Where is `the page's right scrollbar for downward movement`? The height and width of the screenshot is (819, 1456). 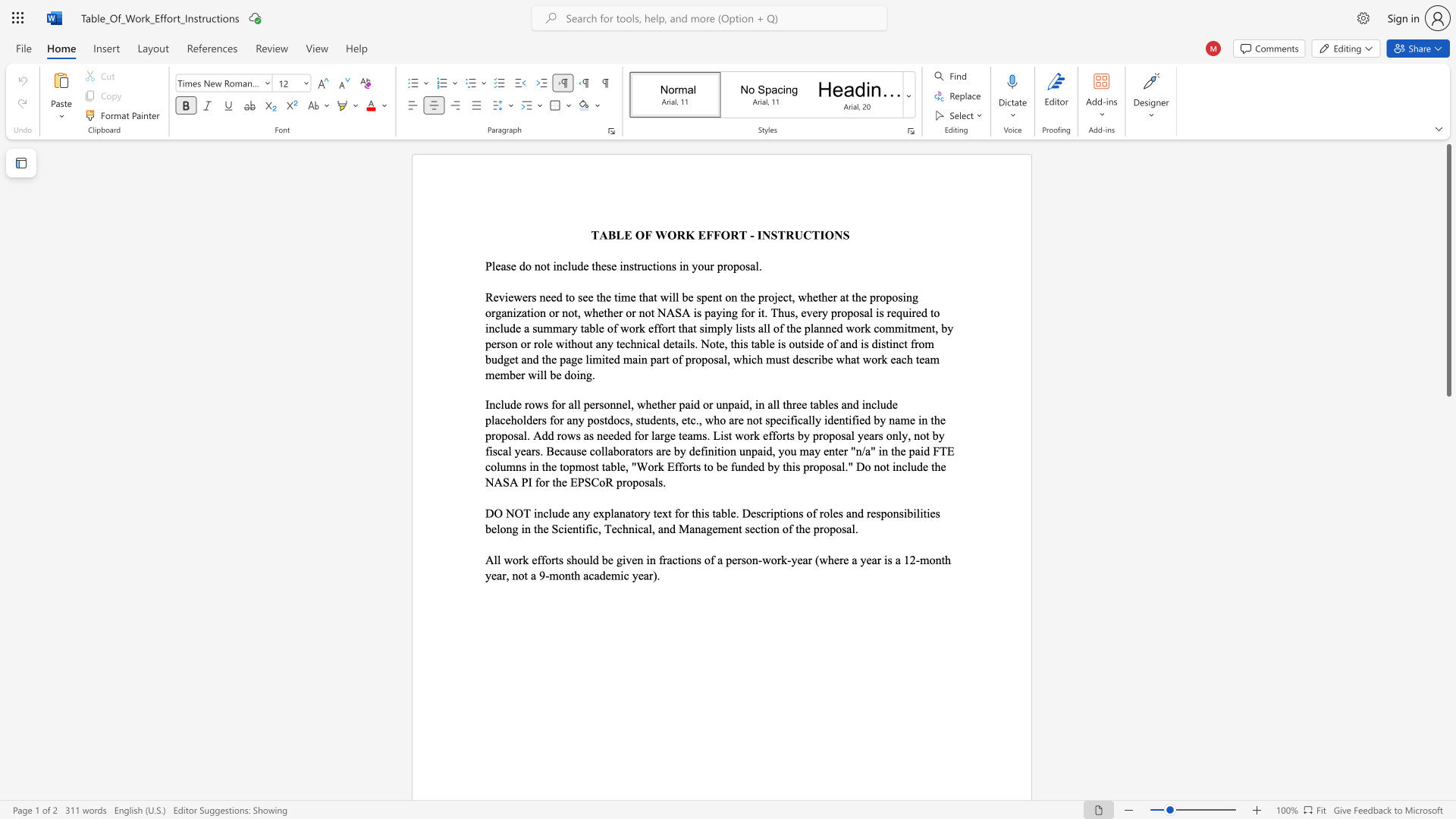 the page's right scrollbar for downward movement is located at coordinates (1448, 614).